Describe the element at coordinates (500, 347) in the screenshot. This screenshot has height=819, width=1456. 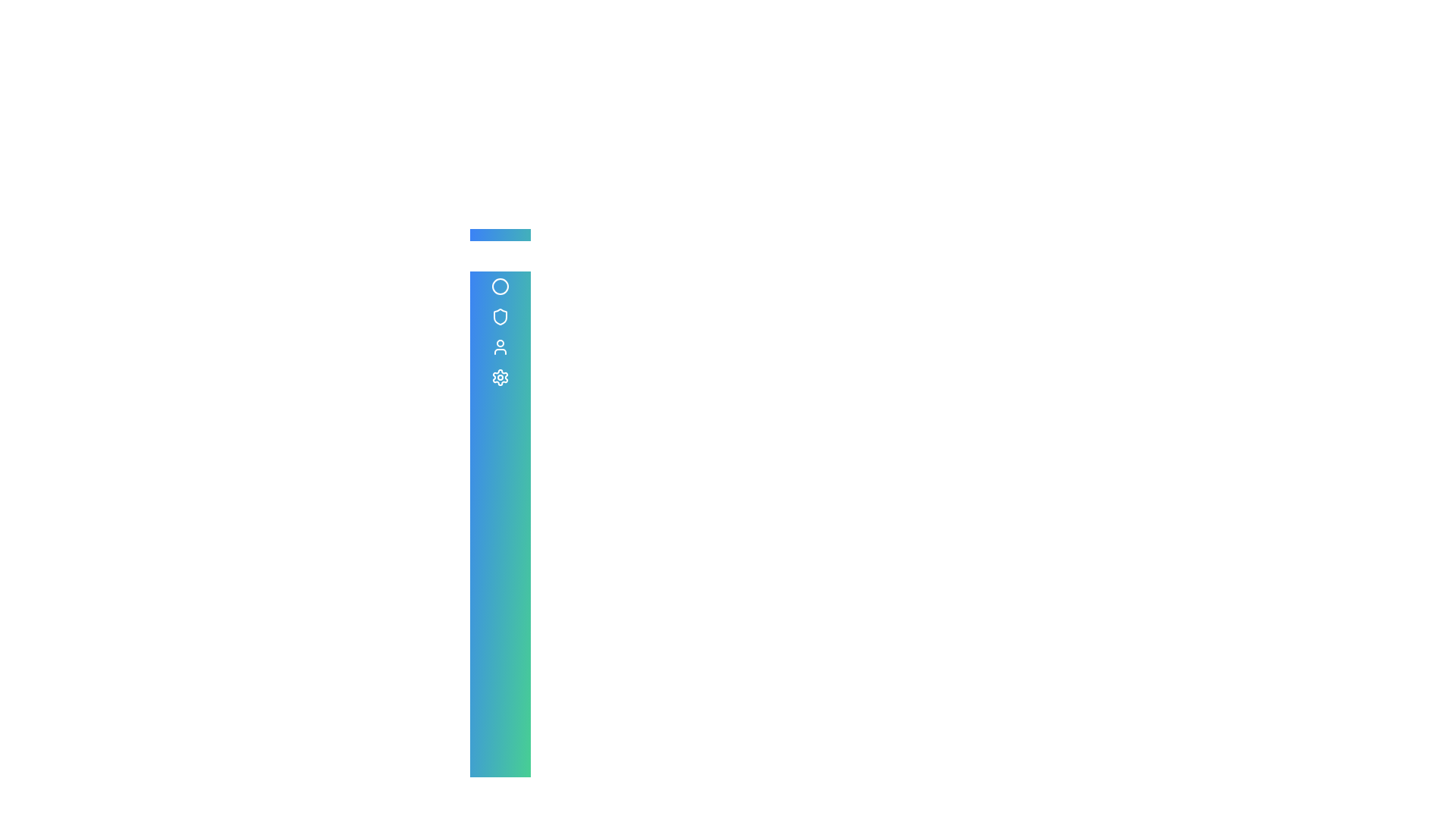
I see `the user profile icon, which is the third icon in the vertical toolbar on the left side of the interface` at that location.